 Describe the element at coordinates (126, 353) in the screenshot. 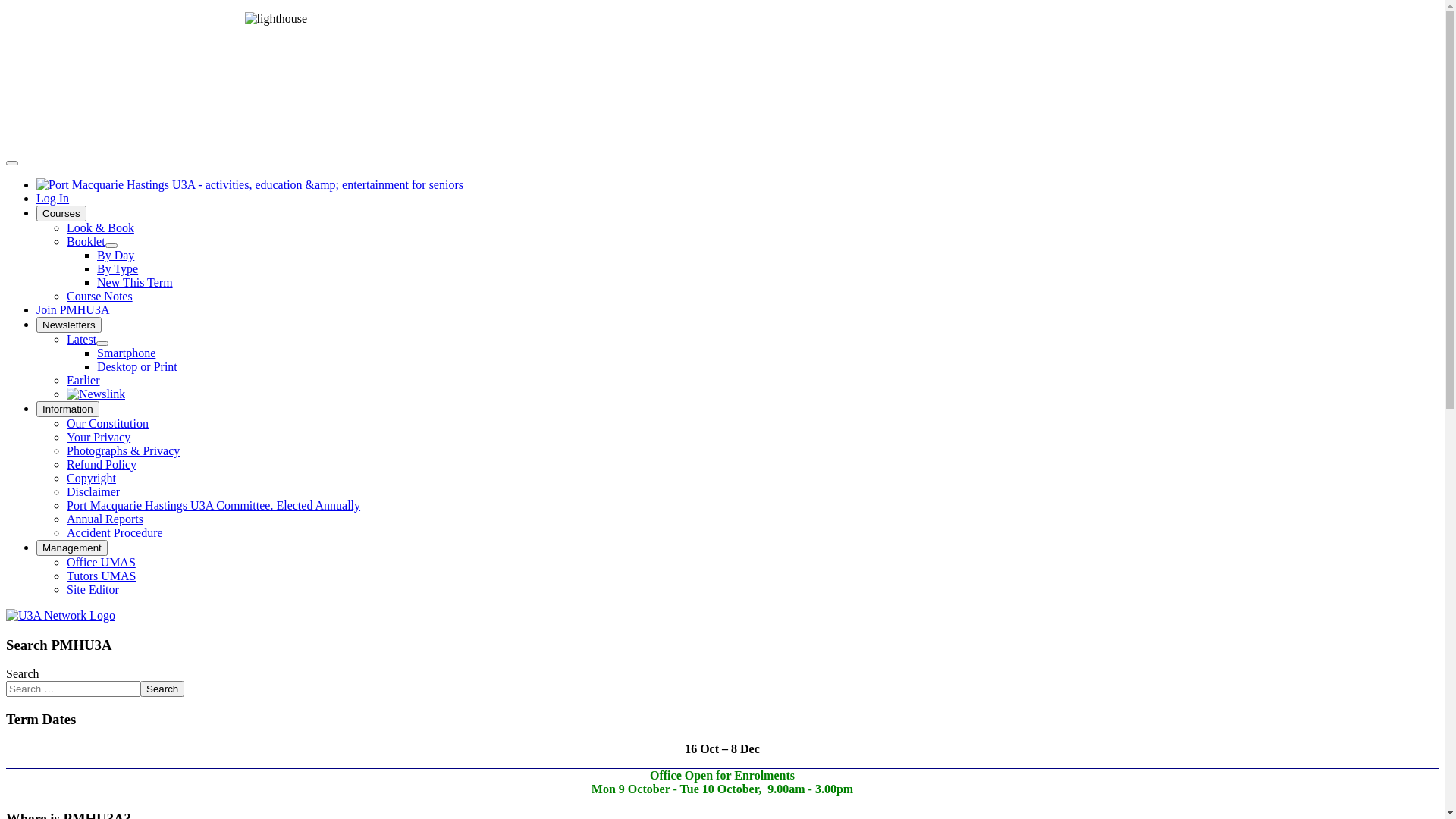

I see `'Smartphone'` at that location.